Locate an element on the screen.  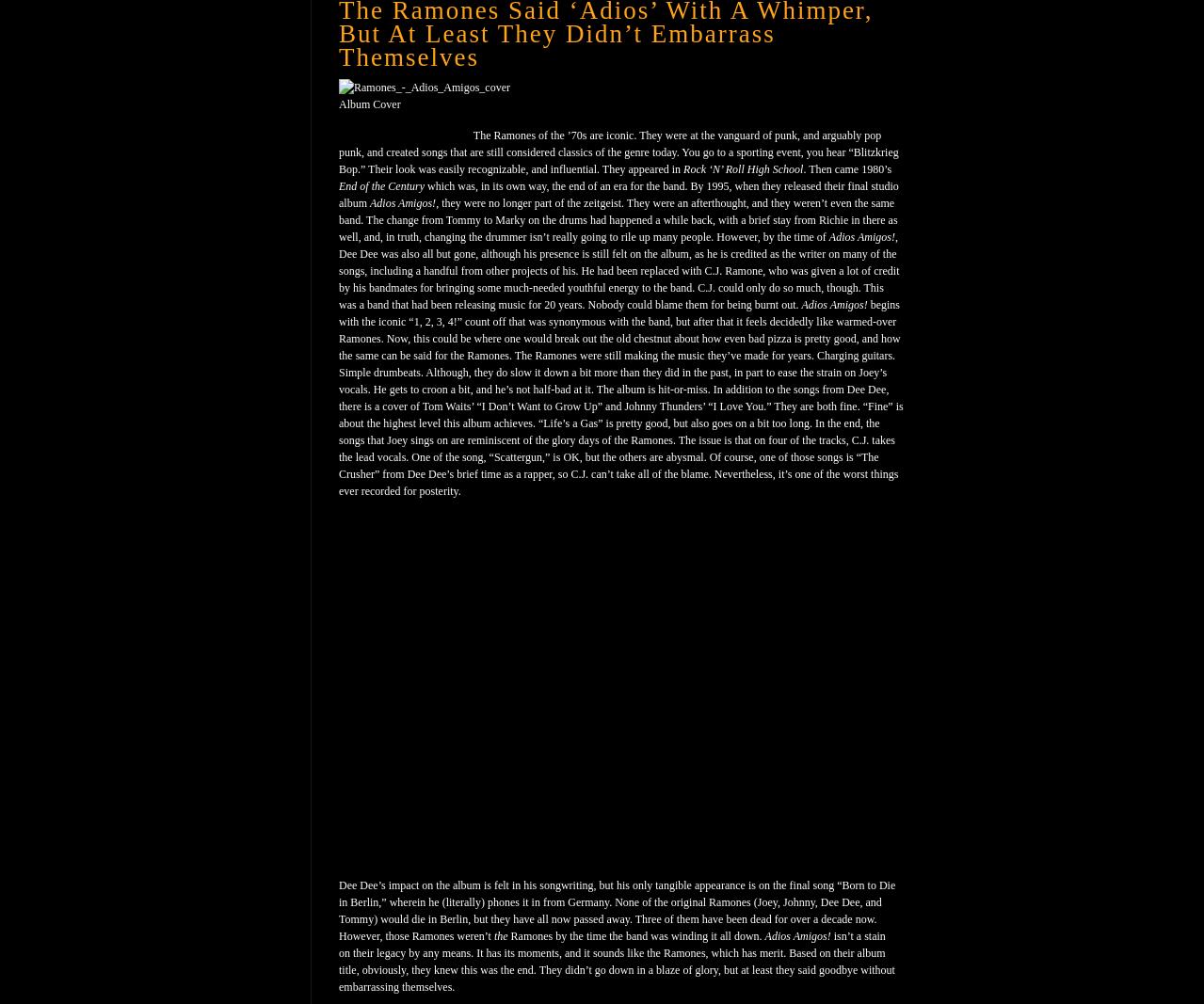
'The Ramones of the ’70s are iconic. They were at the vanguard of punk, and arguably pop punk, and created songs that are still considered classics of the genre today. You go to a sporting event, you hear “Blitzkrieg Bop.” Their look was easily recognizable, and influential. They appeared in' is located at coordinates (618, 151).